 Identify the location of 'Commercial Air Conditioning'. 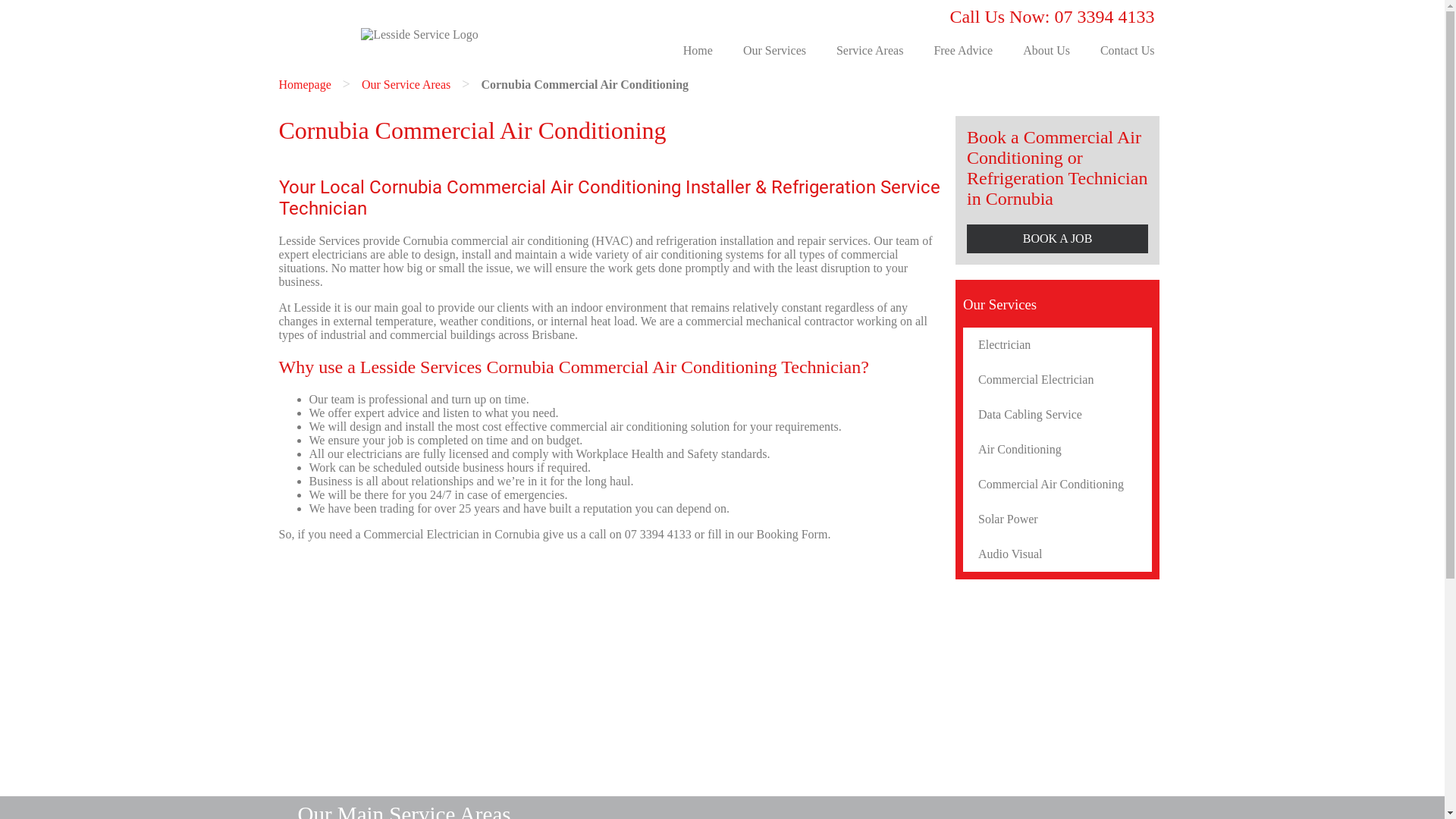
(1056, 485).